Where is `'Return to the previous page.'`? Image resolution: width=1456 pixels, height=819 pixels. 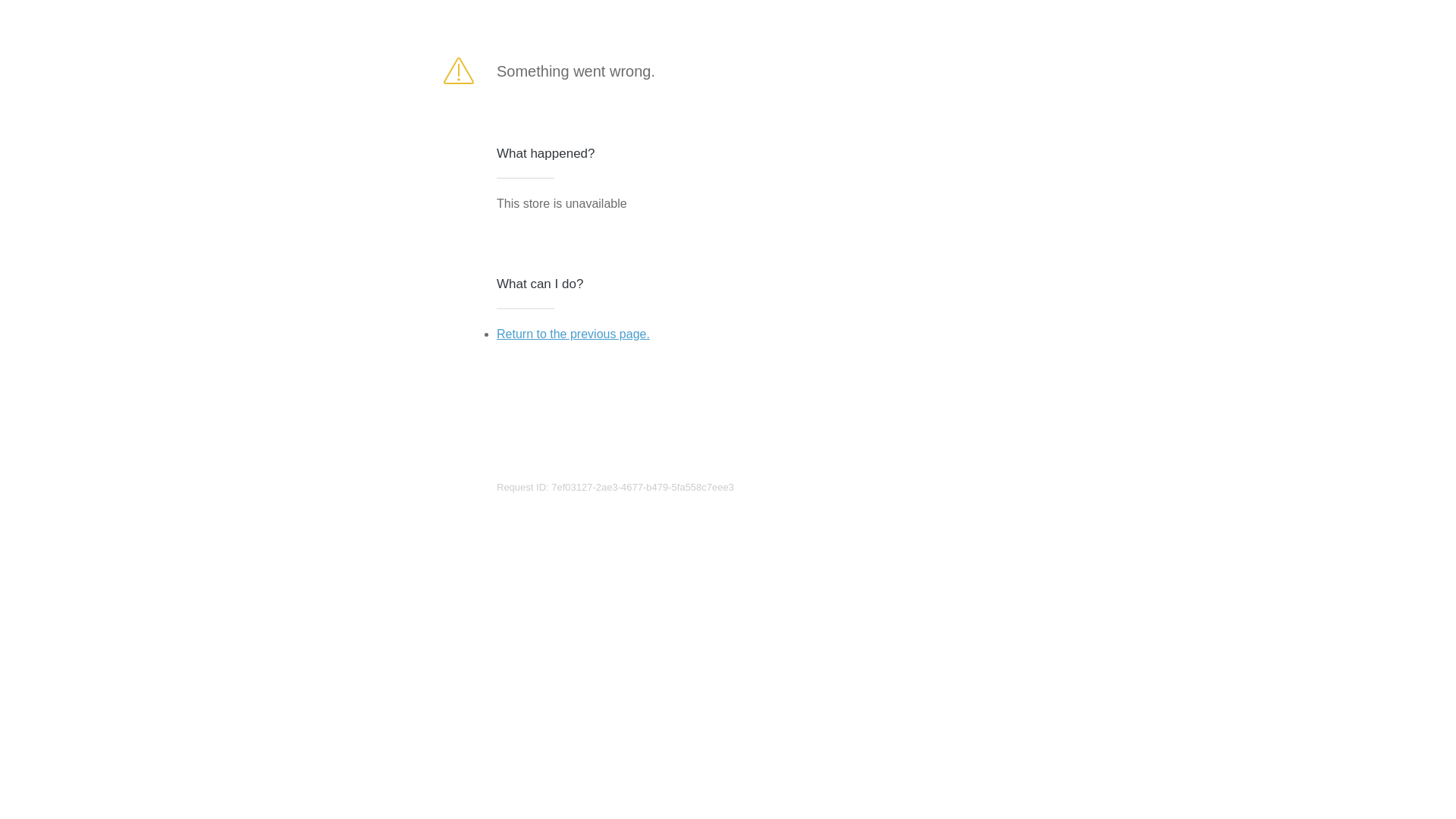 'Return to the previous page.' is located at coordinates (572, 333).